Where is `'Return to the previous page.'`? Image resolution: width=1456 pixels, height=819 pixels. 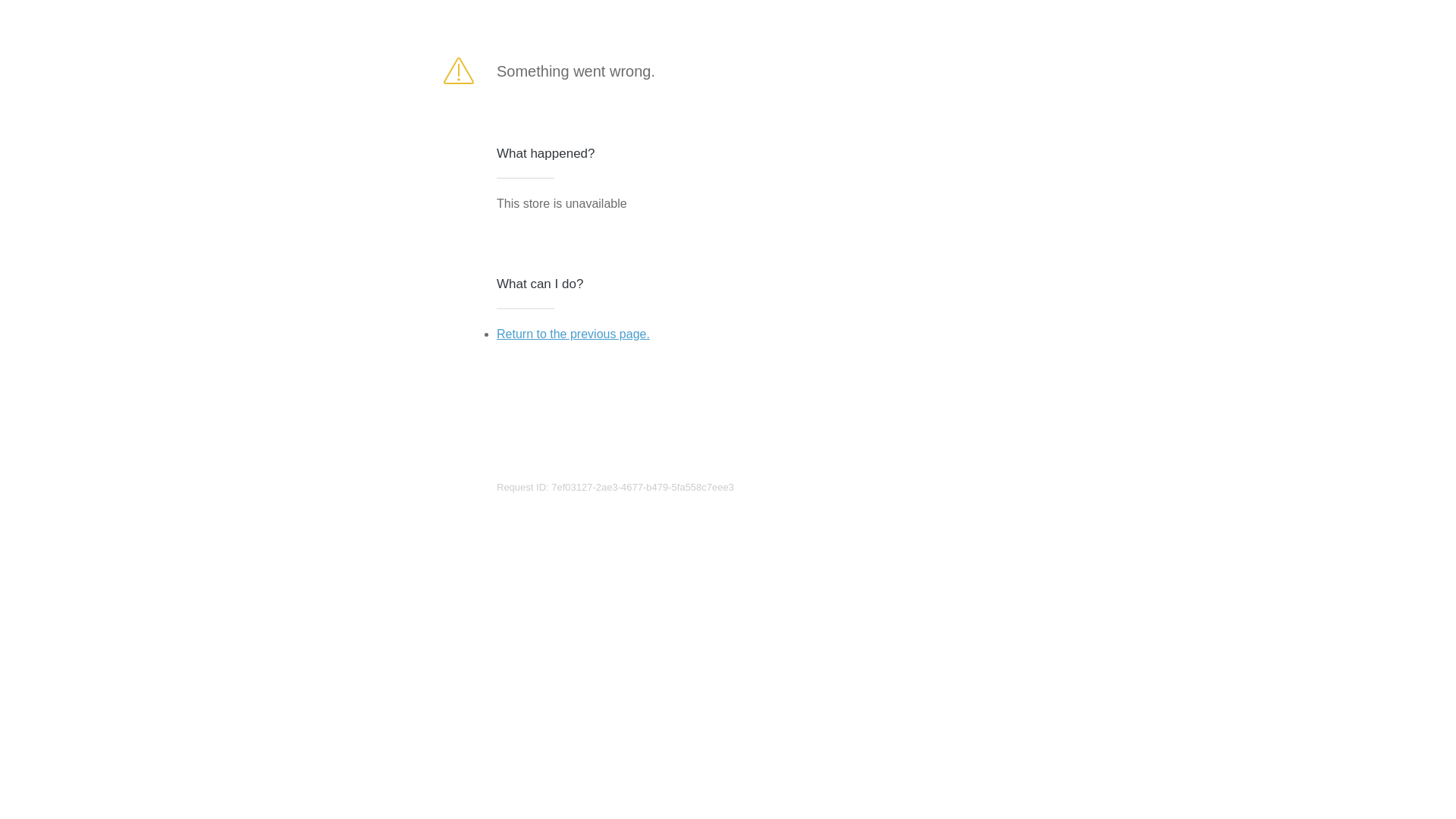 'Return to the previous page.' is located at coordinates (572, 333).